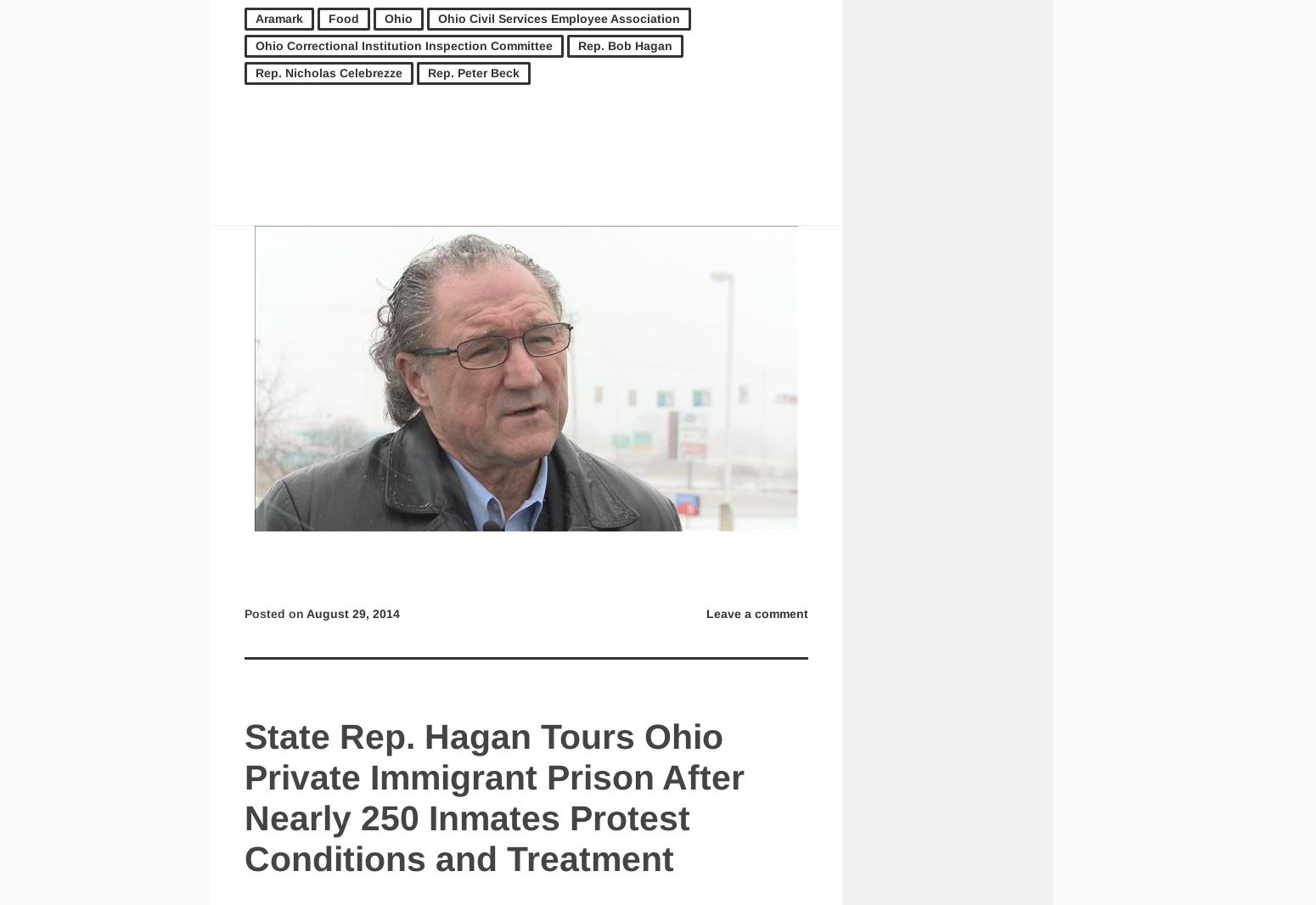 Image resolution: width=1316 pixels, height=905 pixels. I want to click on 'Leave a comment', so click(757, 612).